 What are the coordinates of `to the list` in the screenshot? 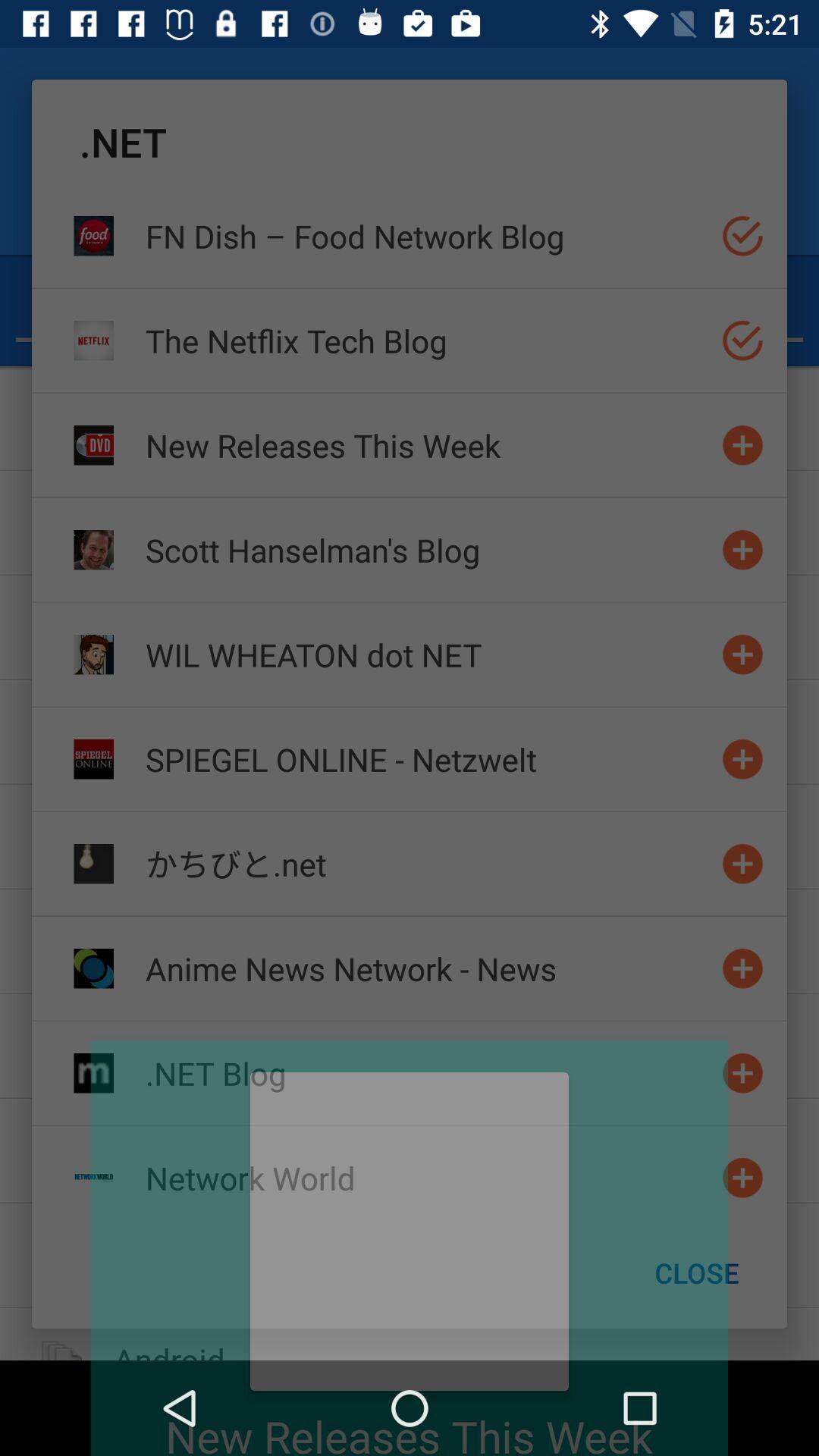 It's located at (742, 968).